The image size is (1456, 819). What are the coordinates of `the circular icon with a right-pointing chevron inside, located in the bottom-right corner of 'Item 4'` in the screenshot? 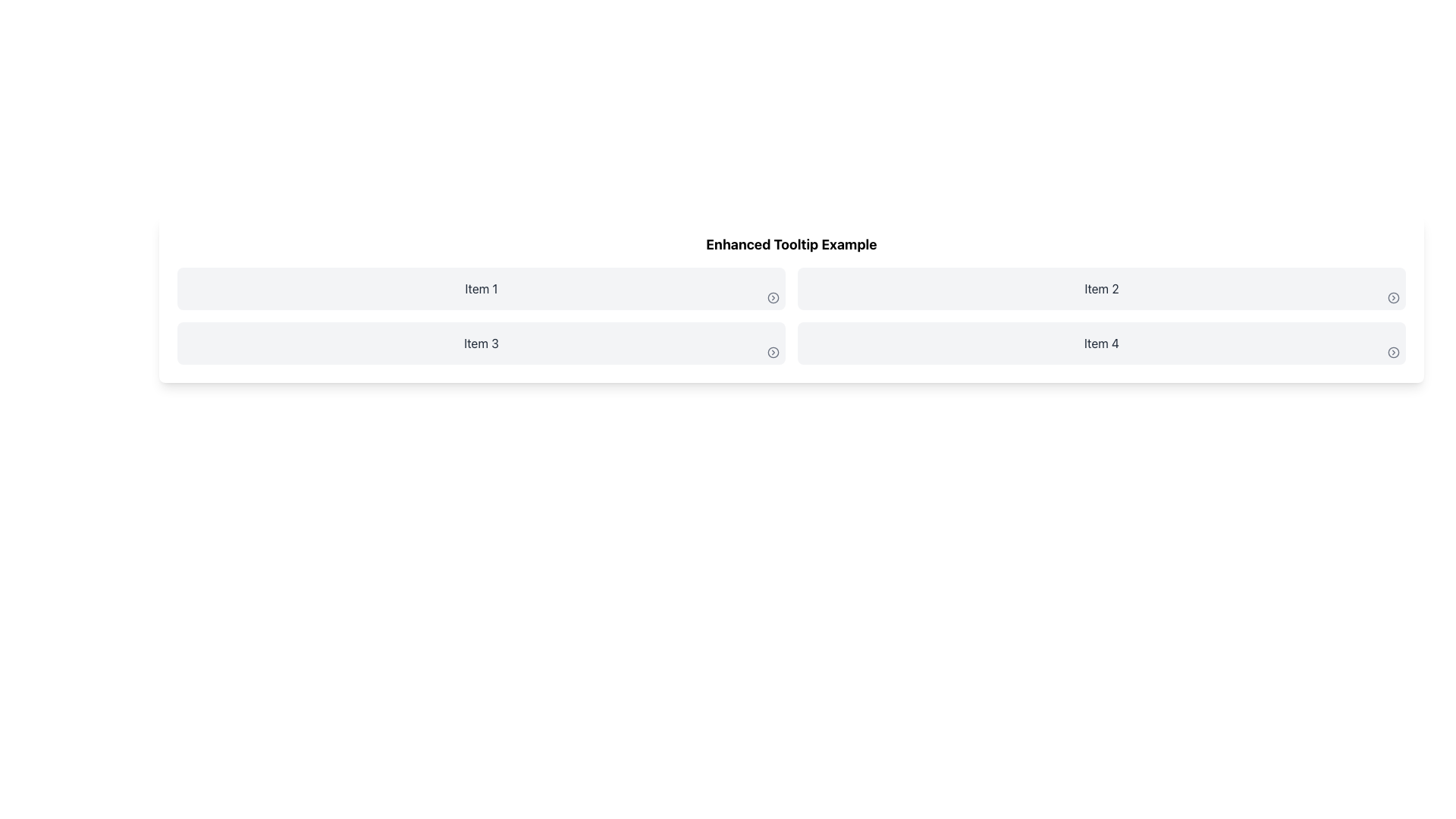 It's located at (1394, 353).